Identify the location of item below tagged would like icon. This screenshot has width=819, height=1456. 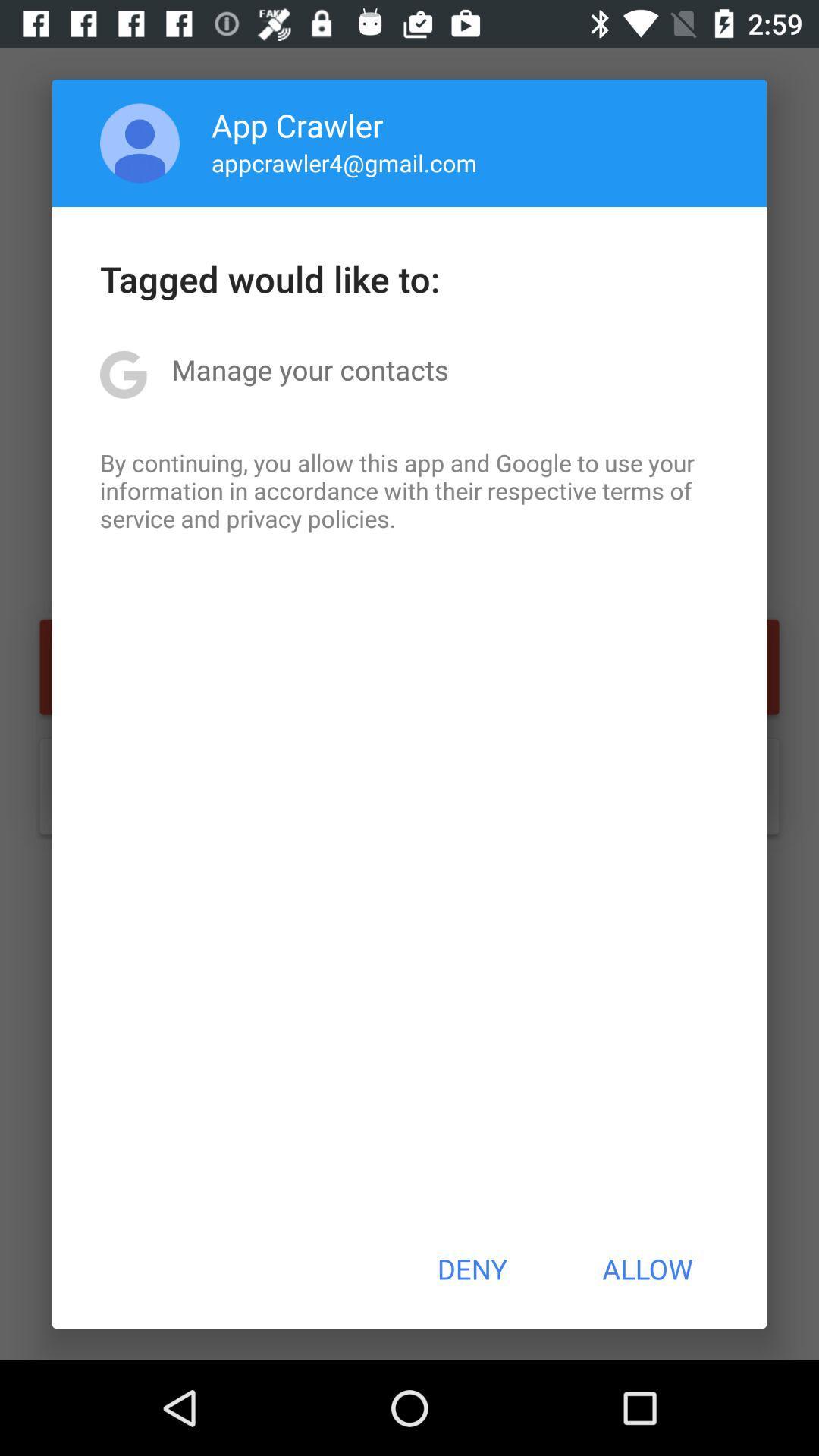
(309, 369).